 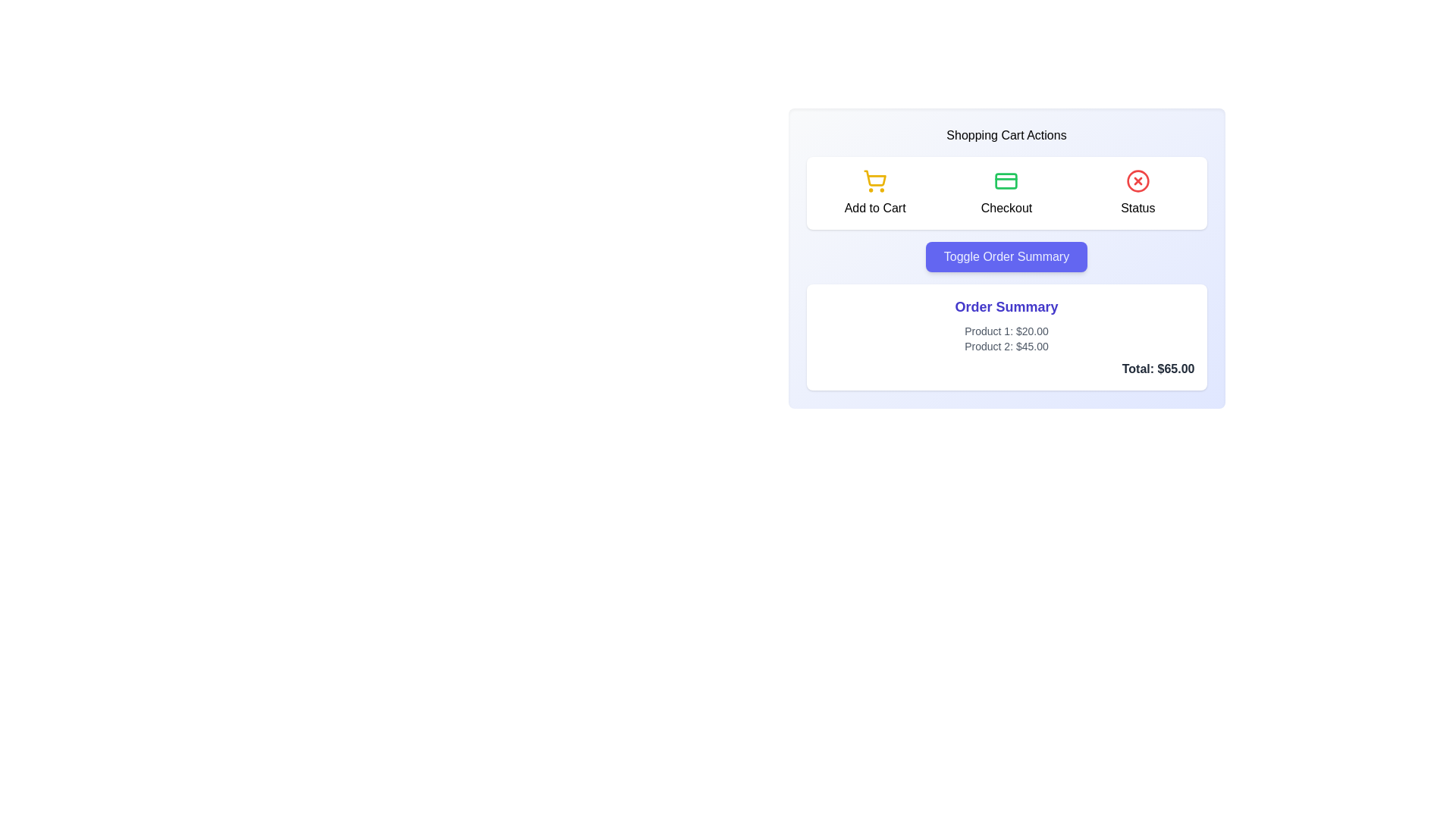 What do you see at coordinates (875, 180) in the screenshot?
I see `the 'Add to Cart' icon located in the top-left portion of the 'Shopping Cart Actions' section, which visually represents the action of adding products to the shopping cart` at bounding box center [875, 180].